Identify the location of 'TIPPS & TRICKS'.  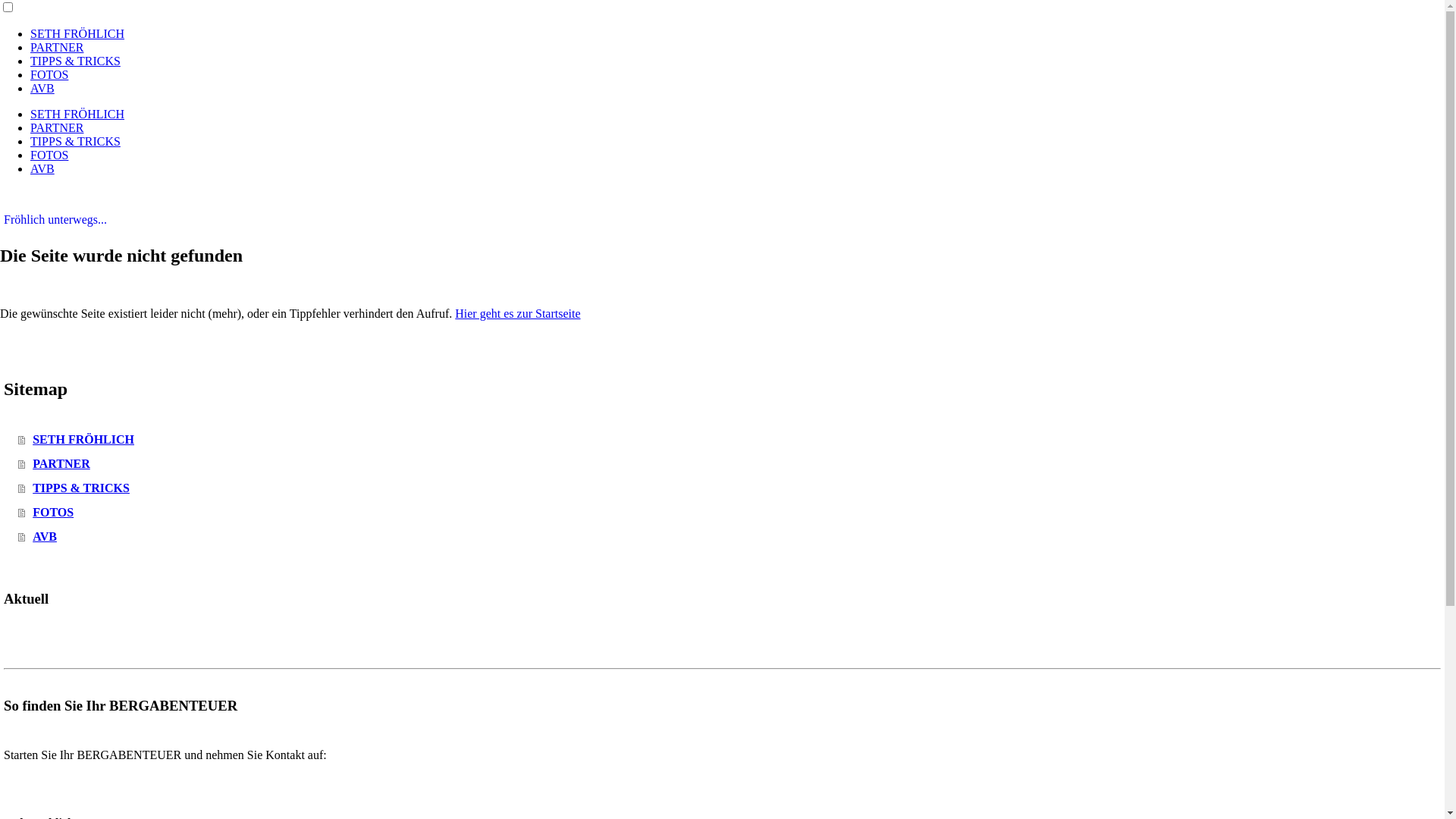
(30, 60).